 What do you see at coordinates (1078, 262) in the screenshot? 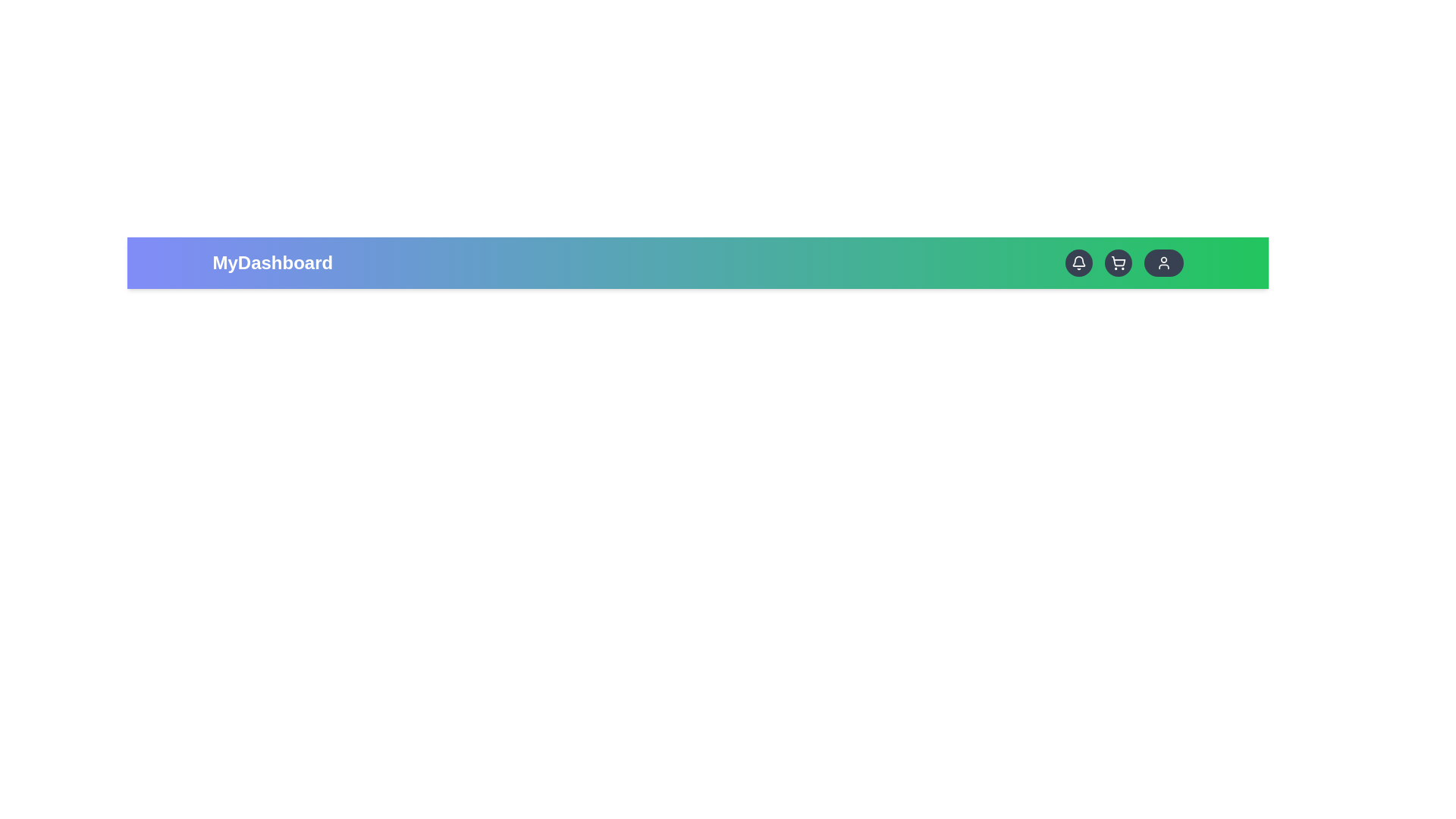
I see `the bell icon button to access notifications` at bounding box center [1078, 262].